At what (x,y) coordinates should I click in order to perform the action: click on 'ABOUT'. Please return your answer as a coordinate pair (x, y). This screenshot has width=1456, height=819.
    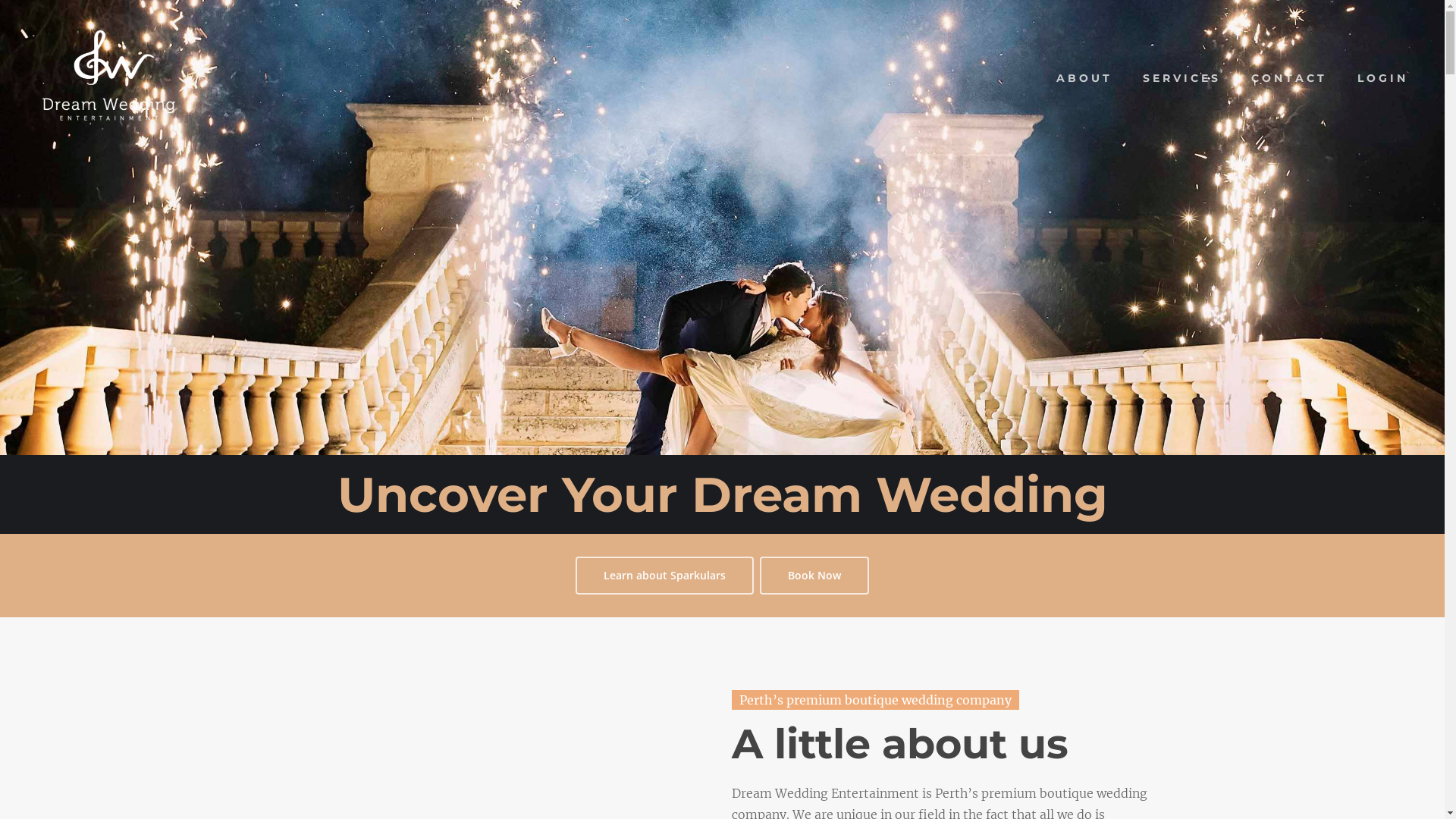
    Looking at the image, I should click on (1084, 78).